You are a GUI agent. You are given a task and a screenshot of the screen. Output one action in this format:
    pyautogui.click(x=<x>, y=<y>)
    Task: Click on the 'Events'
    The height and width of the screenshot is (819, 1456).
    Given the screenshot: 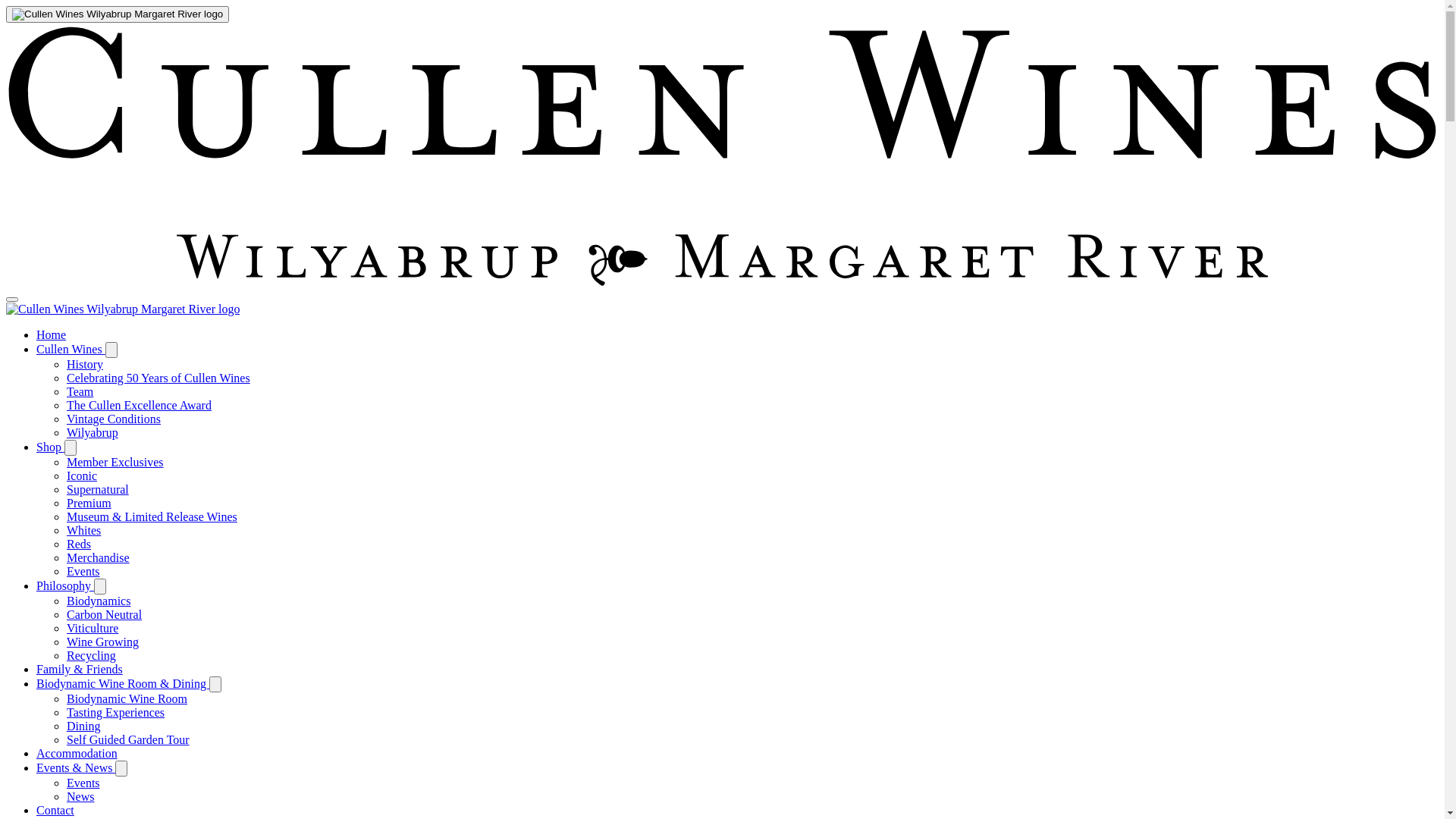 What is the action you would take?
    pyautogui.click(x=83, y=783)
    